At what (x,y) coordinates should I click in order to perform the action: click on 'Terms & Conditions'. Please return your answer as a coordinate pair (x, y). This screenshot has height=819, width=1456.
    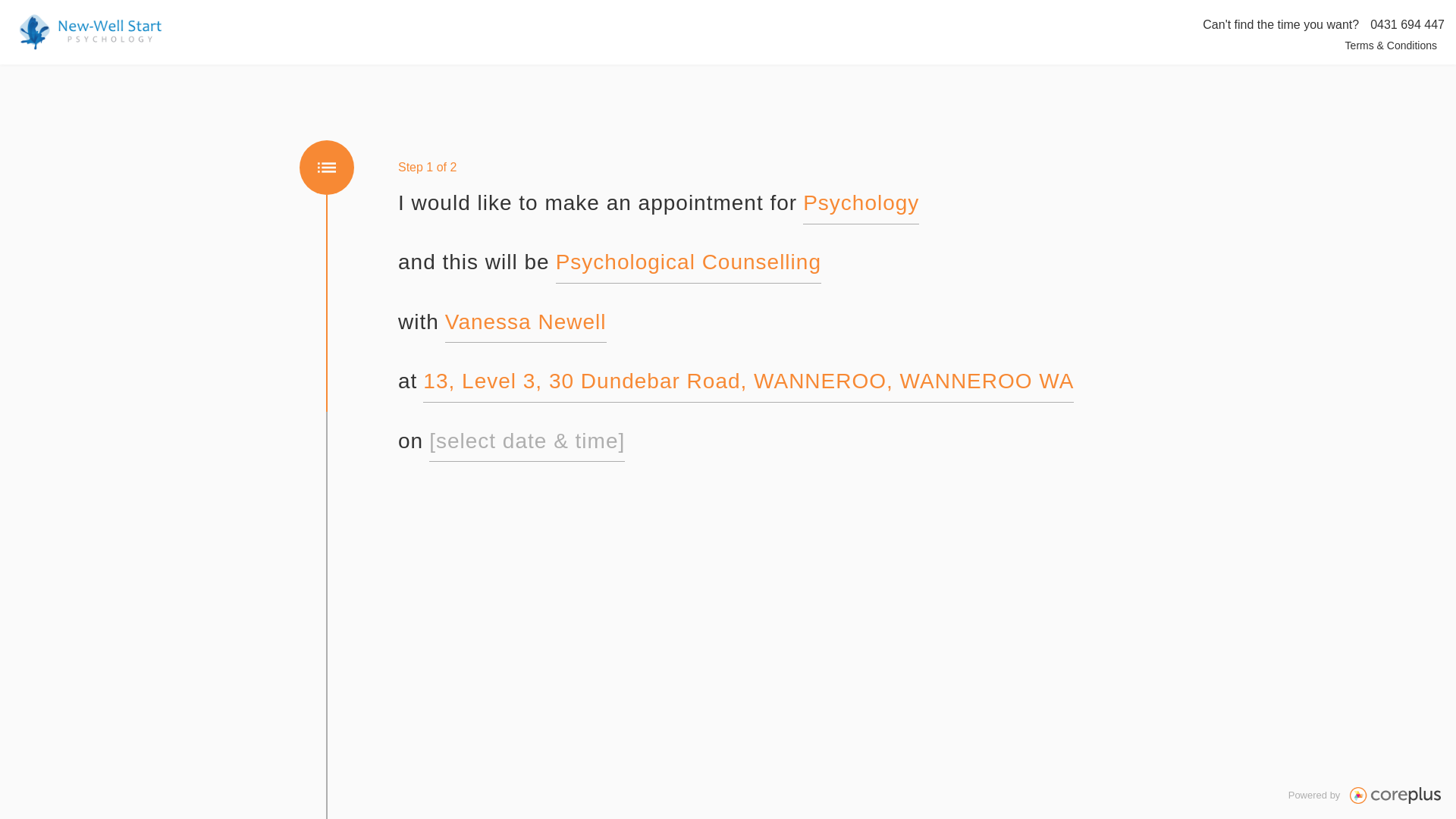
    Looking at the image, I should click on (1391, 45).